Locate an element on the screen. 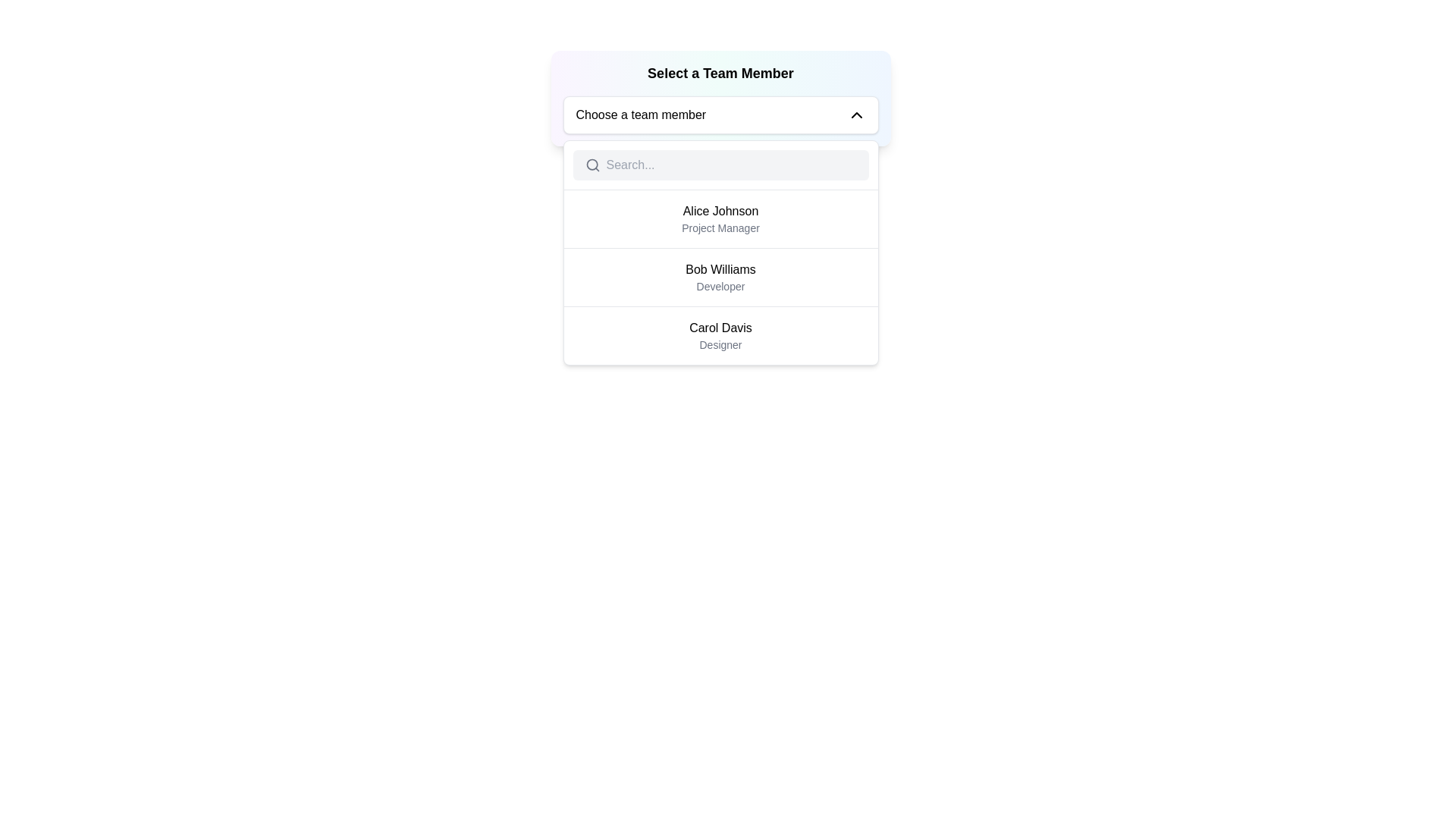  the text label located directly below 'Bob Williams' in the central dropdown area of the vertically arranged list item is located at coordinates (720, 287).